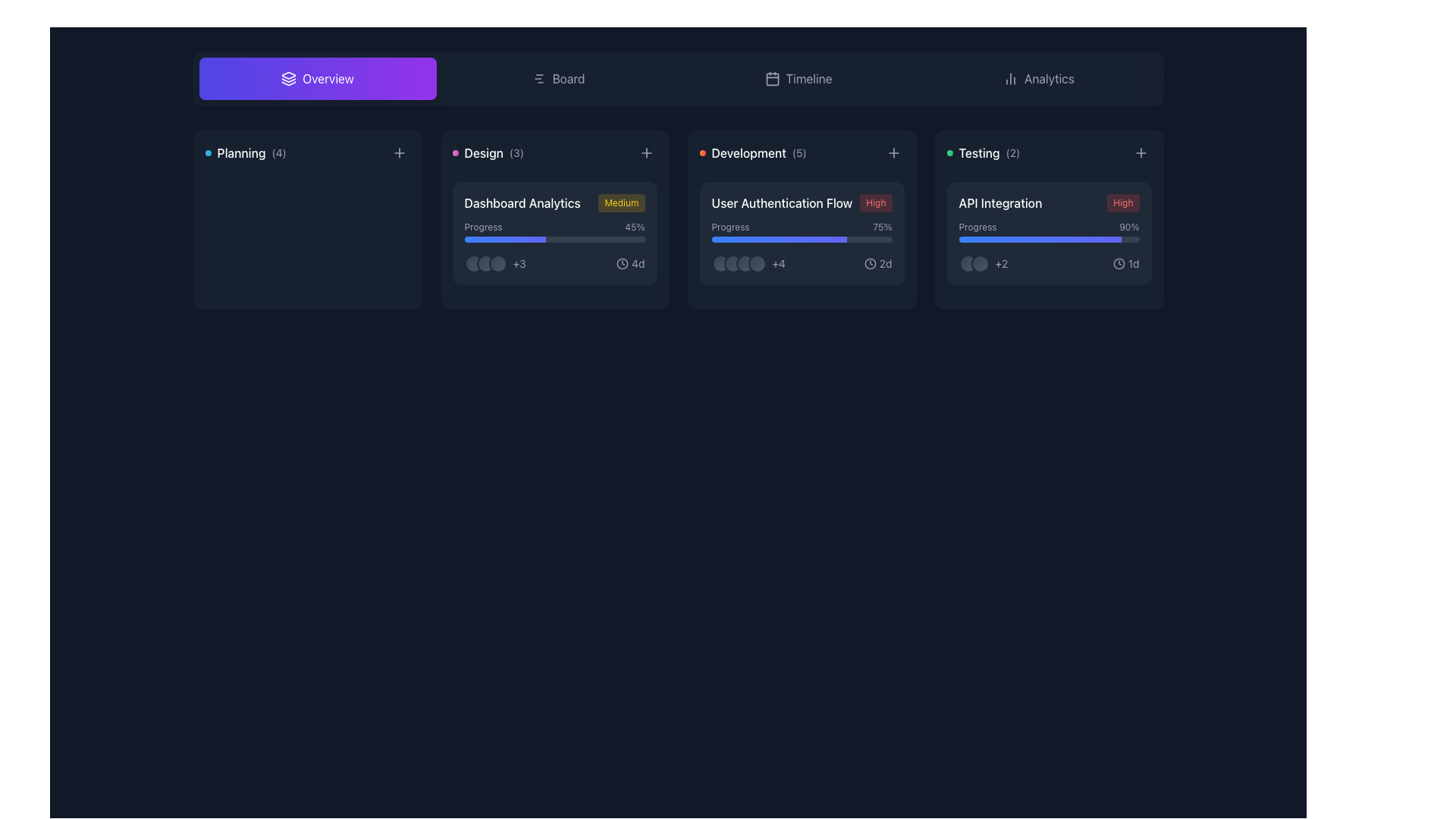 This screenshot has width=1456, height=819. What do you see at coordinates (1141, 152) in the screenshot?
I see `the 'Add New Item' button located at the top-right corner of the Testing column header labeled 'Testing(2)'` at bounding box center [1141, 152].